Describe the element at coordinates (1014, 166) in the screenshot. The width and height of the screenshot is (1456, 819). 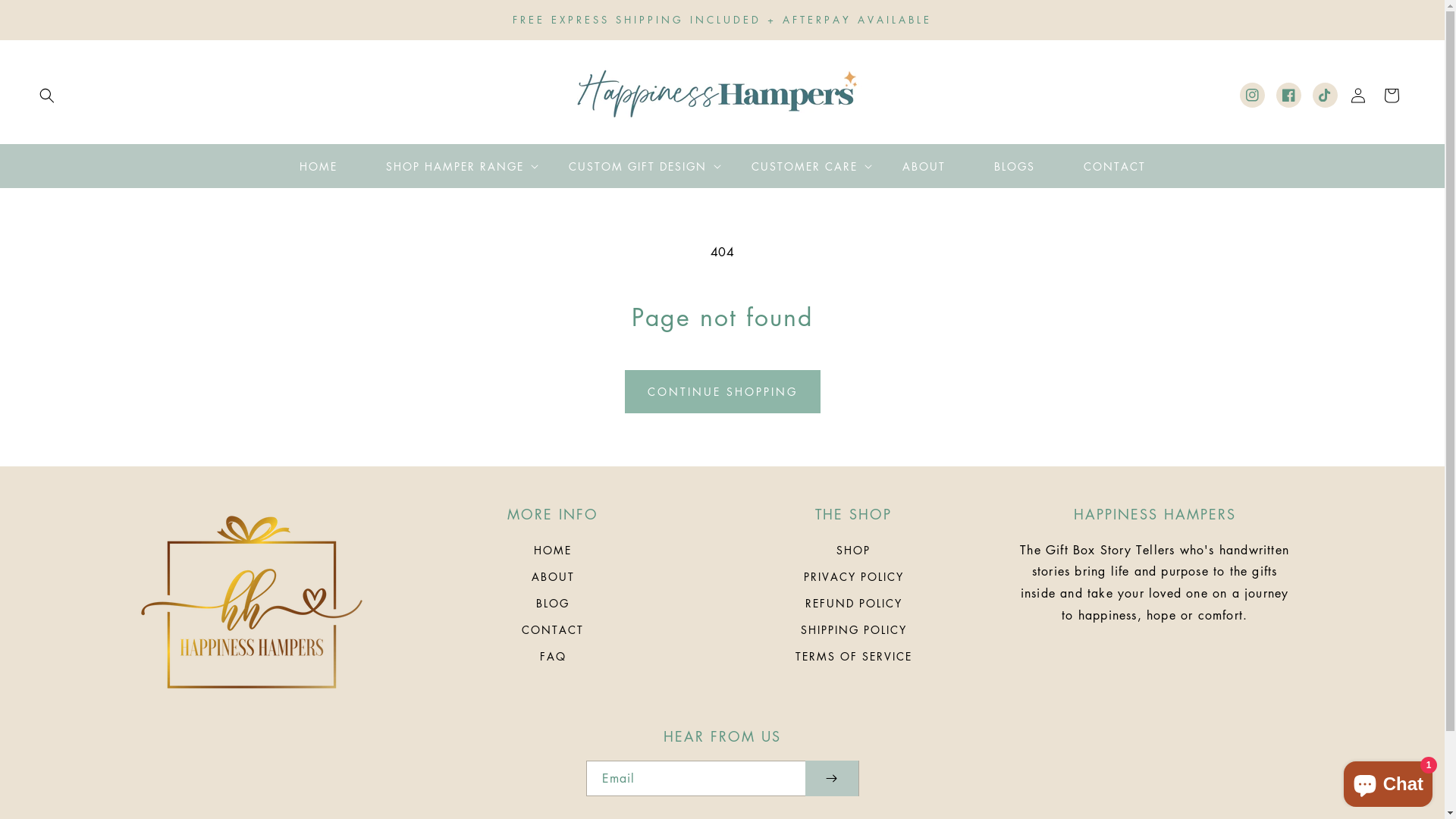
I see `'BLOGS'` at that location.